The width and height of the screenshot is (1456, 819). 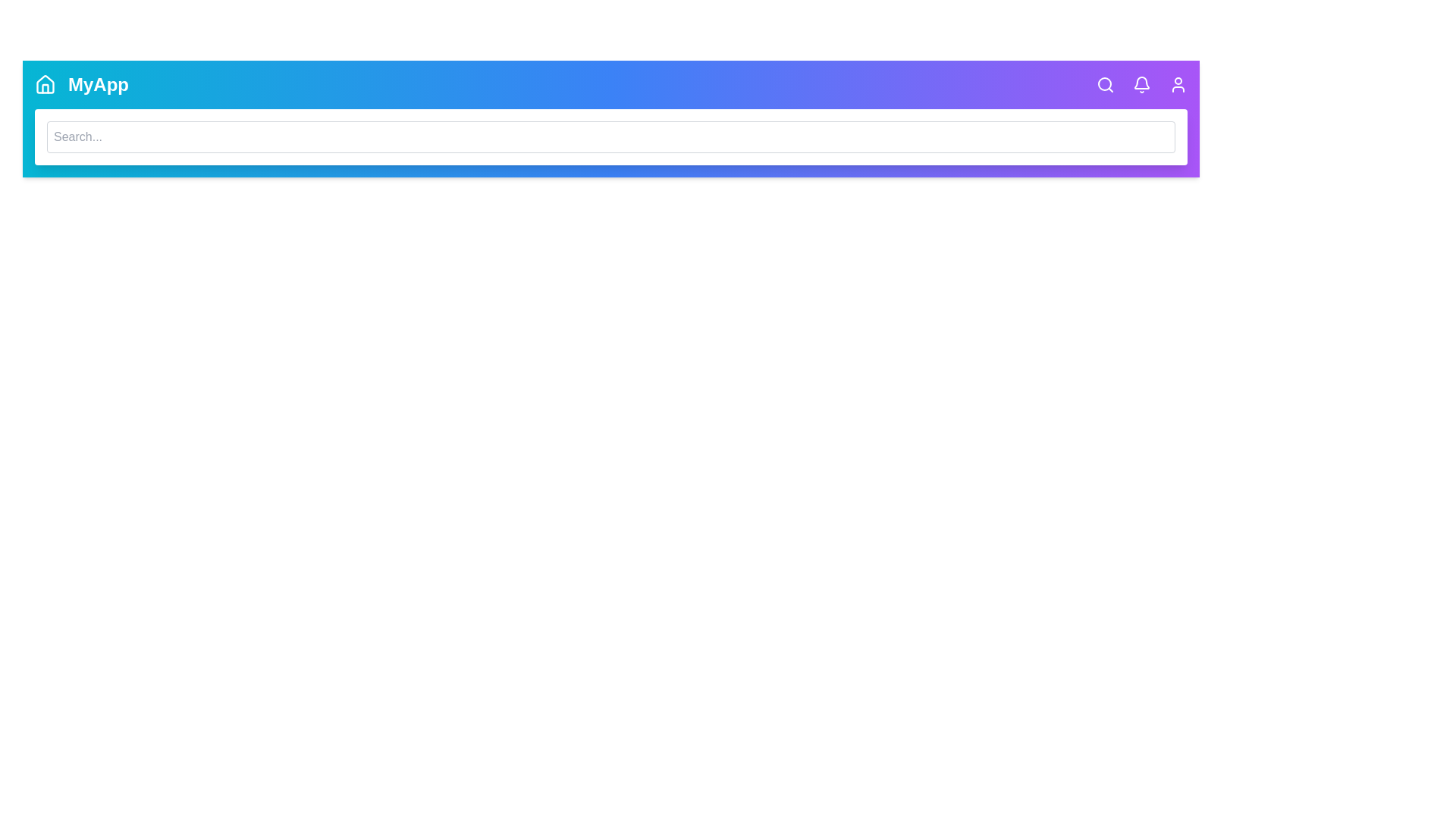 What do you see at coordinates (97, 84) in the screenshot?
I see `the 'MyApp' title to interact with the branding` at bounding box center [97, 84].